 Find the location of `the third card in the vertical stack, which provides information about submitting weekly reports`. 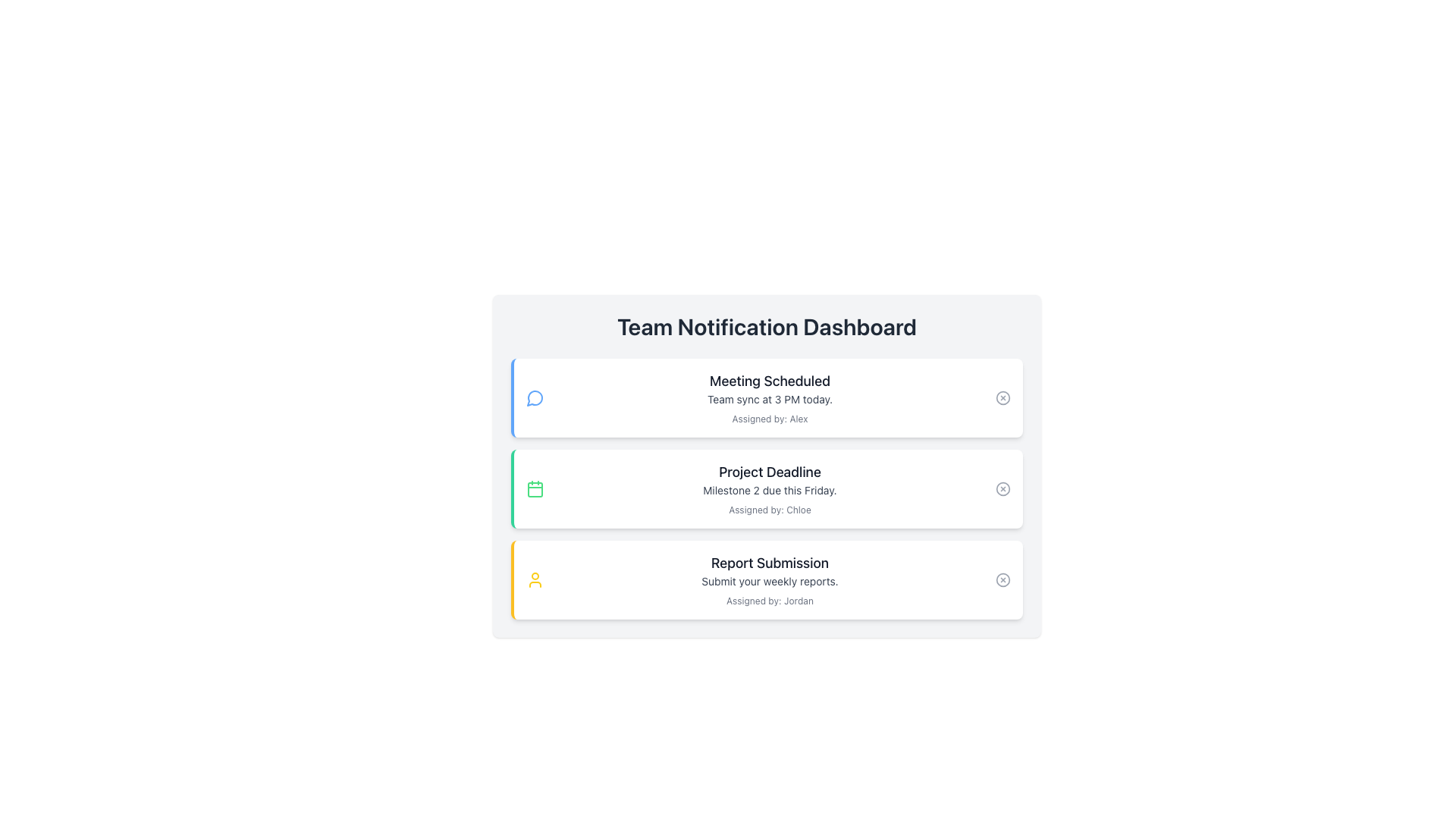

the third card in the vertical stack, which provides information about submitting weekly reports is located at coordinates (767, 579).